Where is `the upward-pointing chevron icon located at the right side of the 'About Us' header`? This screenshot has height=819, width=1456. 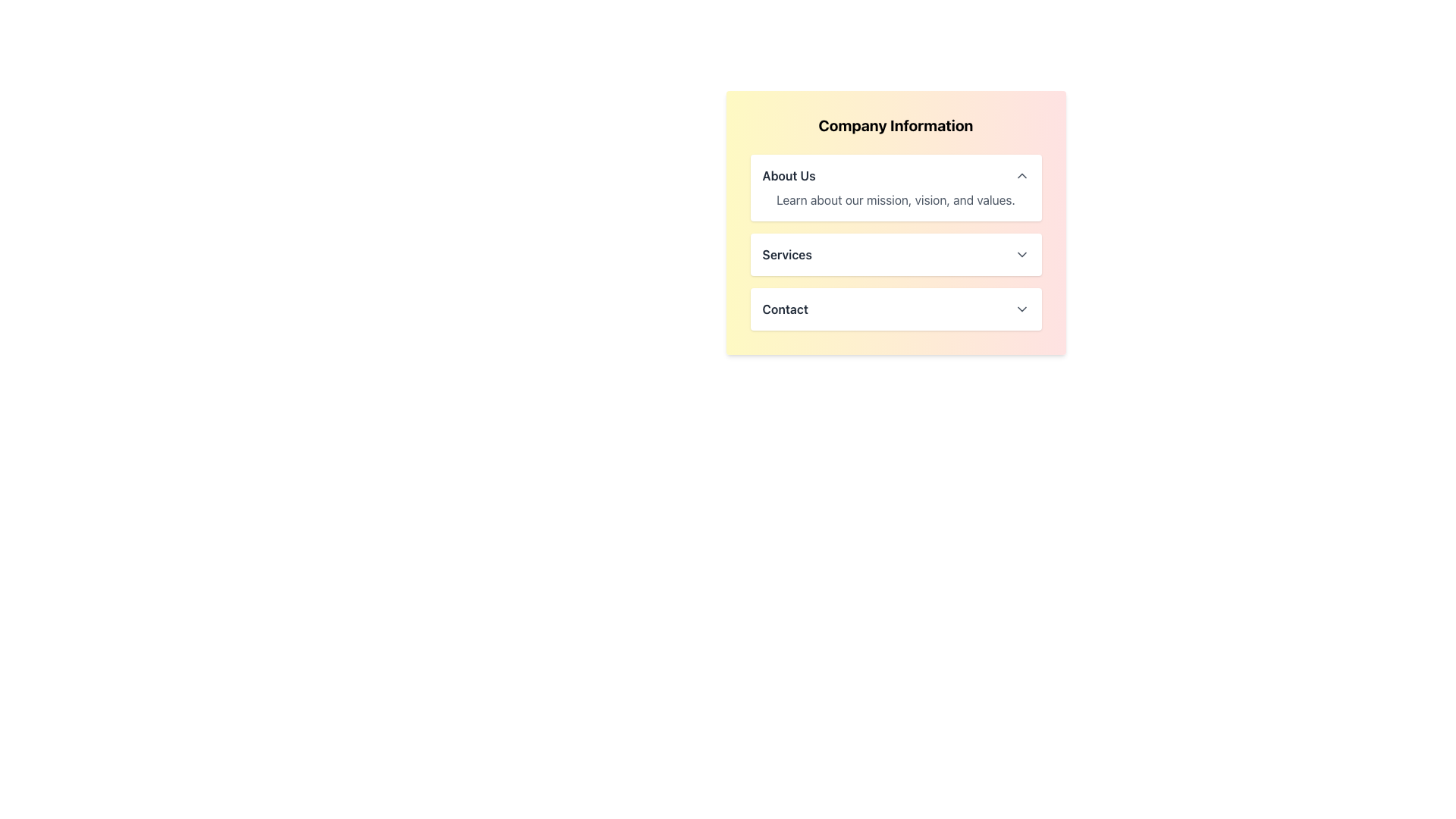
the upward-pointing chevron icon located at the right side of the 'About Us' header is located at coordinates (1021, 174).